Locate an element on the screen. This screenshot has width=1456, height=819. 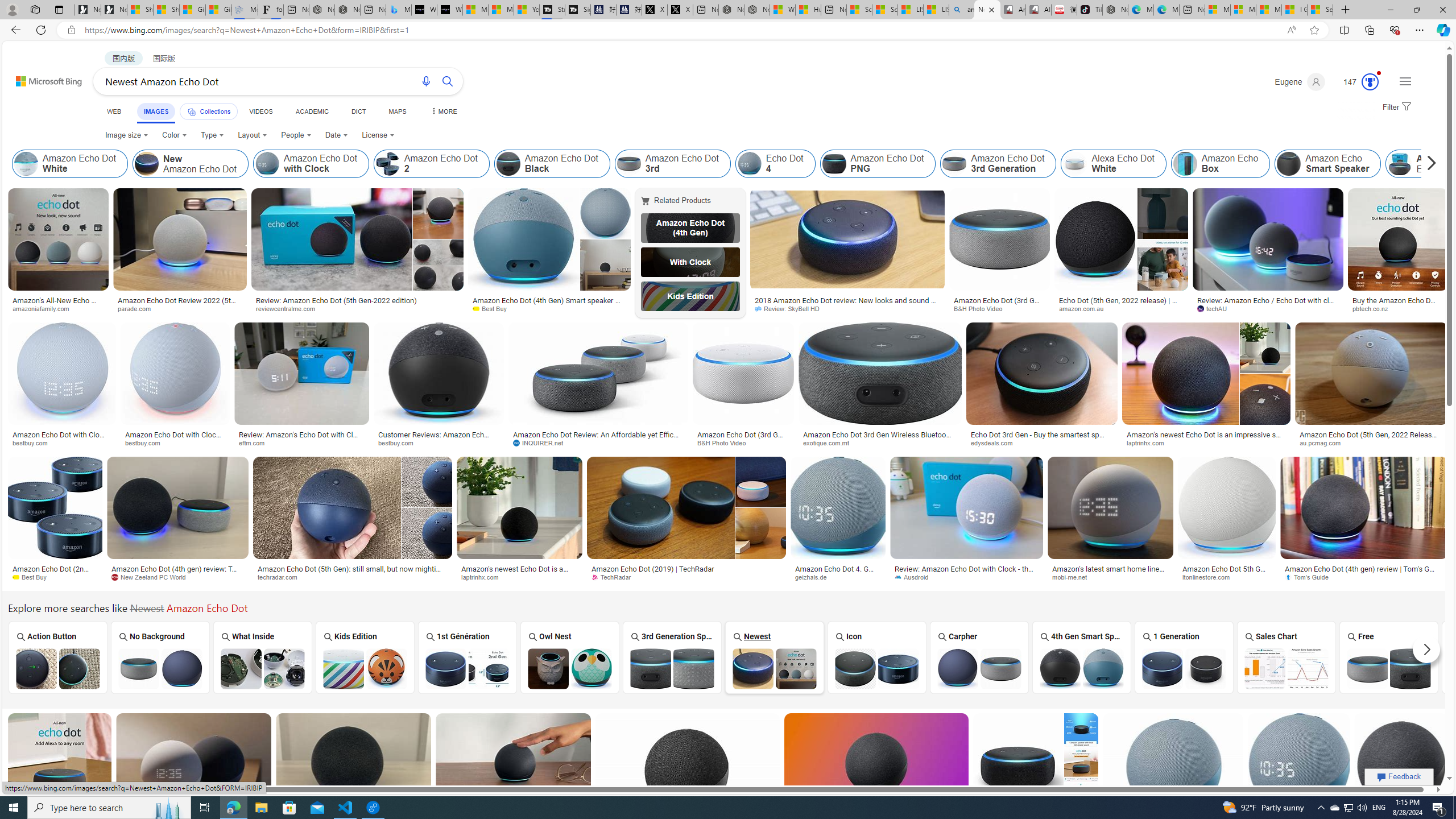
'What Inside' is located at coordinates (262, 656).